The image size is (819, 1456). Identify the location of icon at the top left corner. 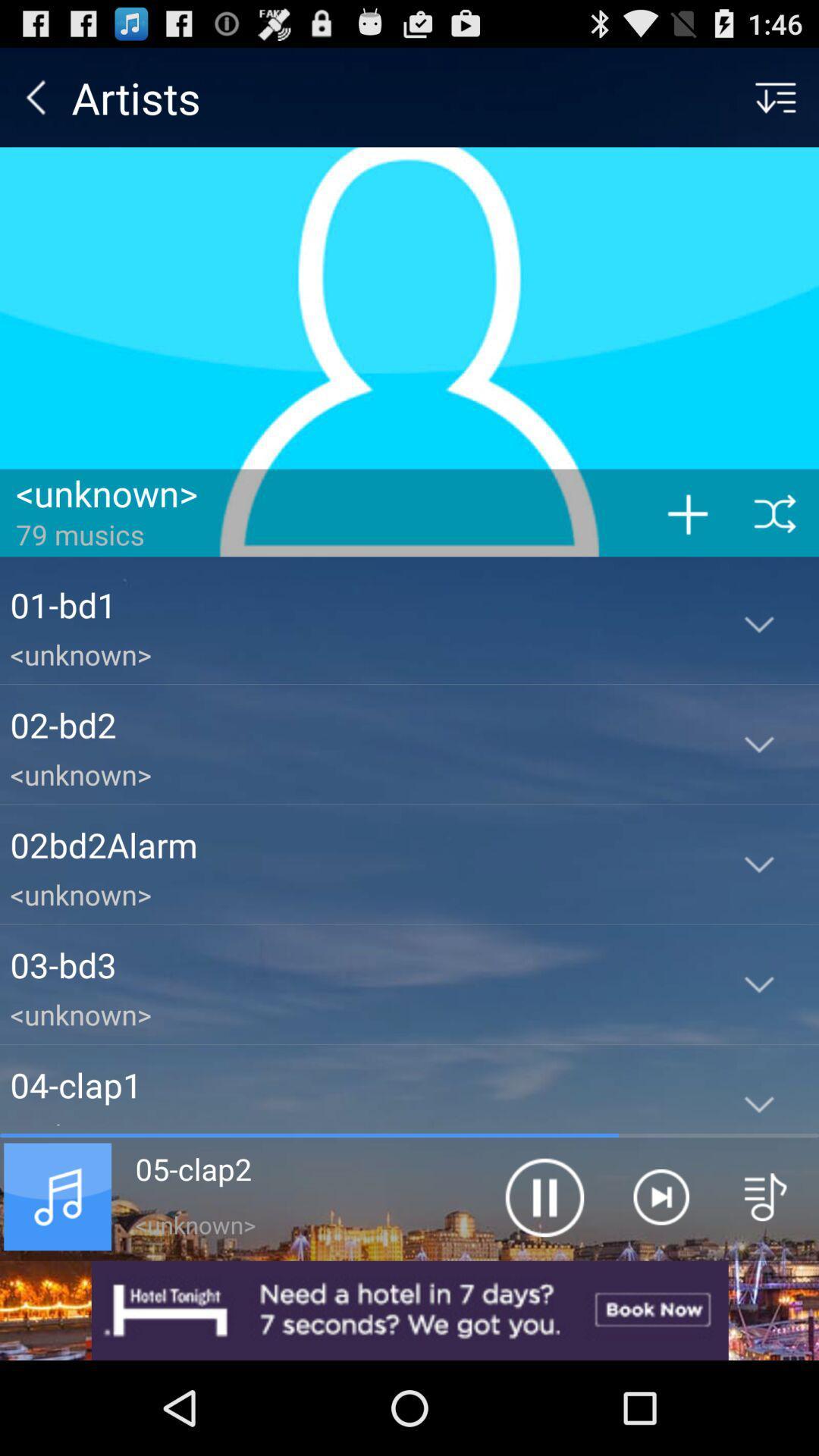
(35, 96).